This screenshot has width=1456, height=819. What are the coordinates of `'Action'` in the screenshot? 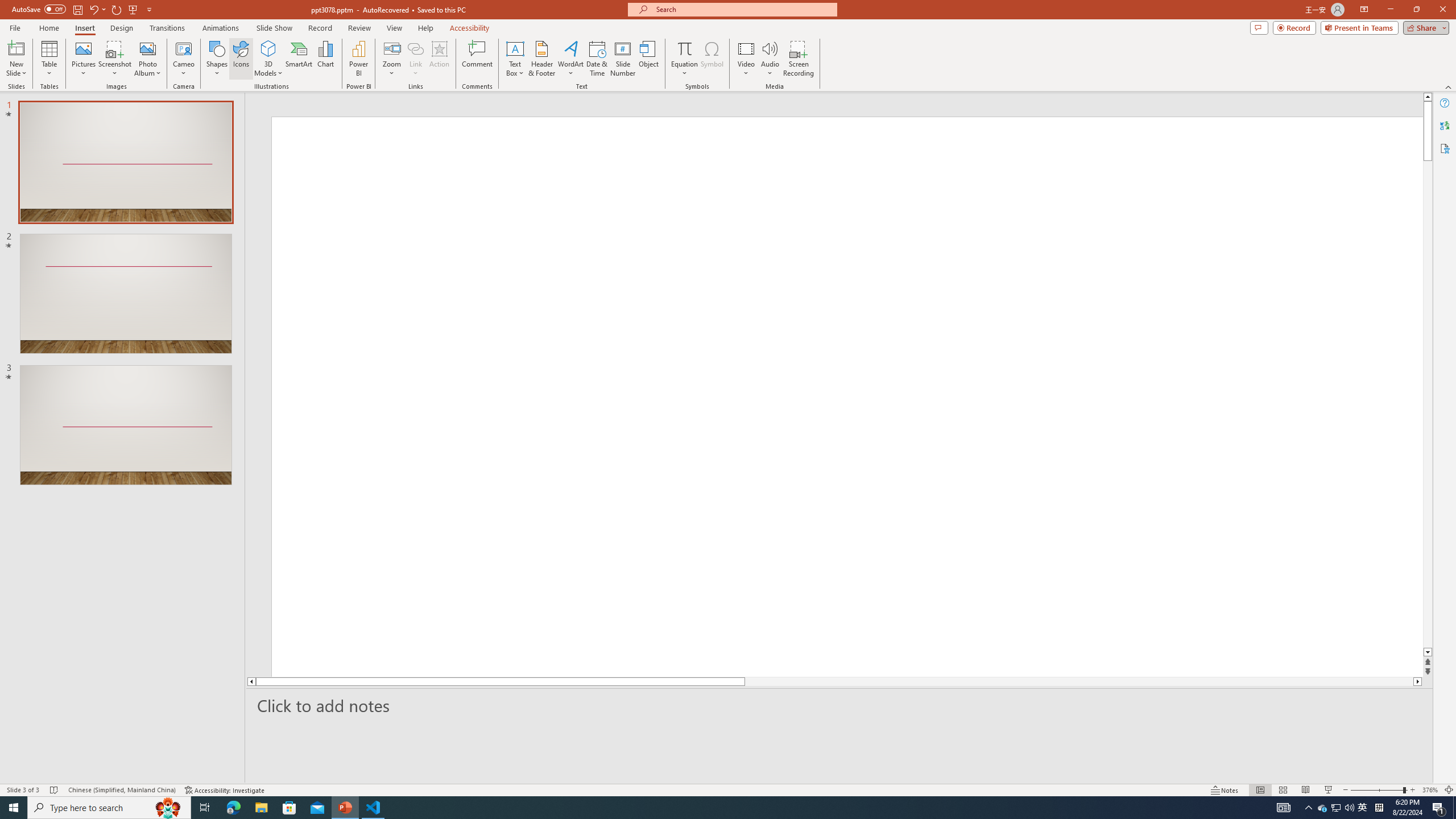 It's located at (440, 59).